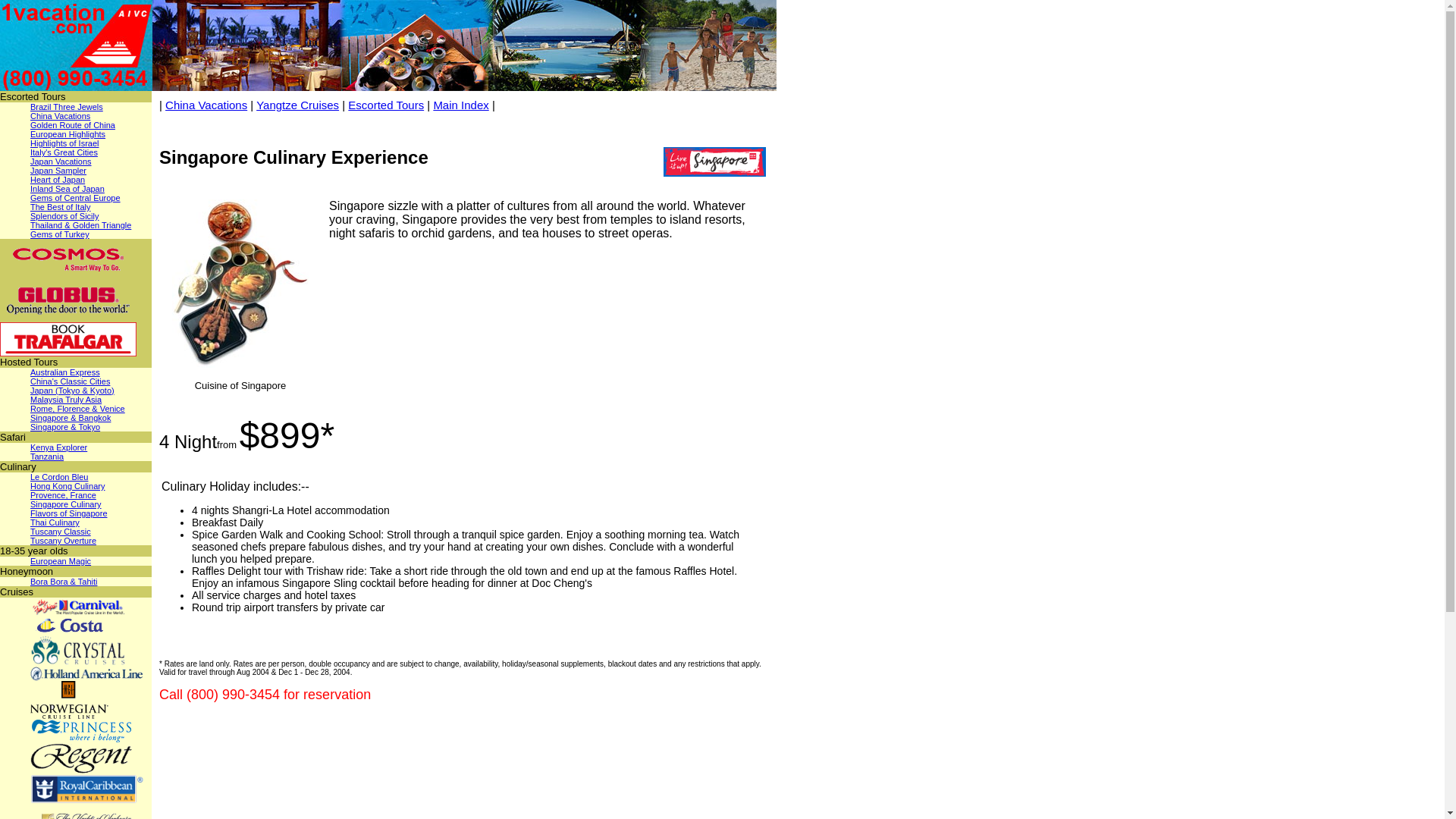  What do you see at coordinates (432, 104) in the screenshot?
I see `'Main Index'` at bounding box center [432, 104].